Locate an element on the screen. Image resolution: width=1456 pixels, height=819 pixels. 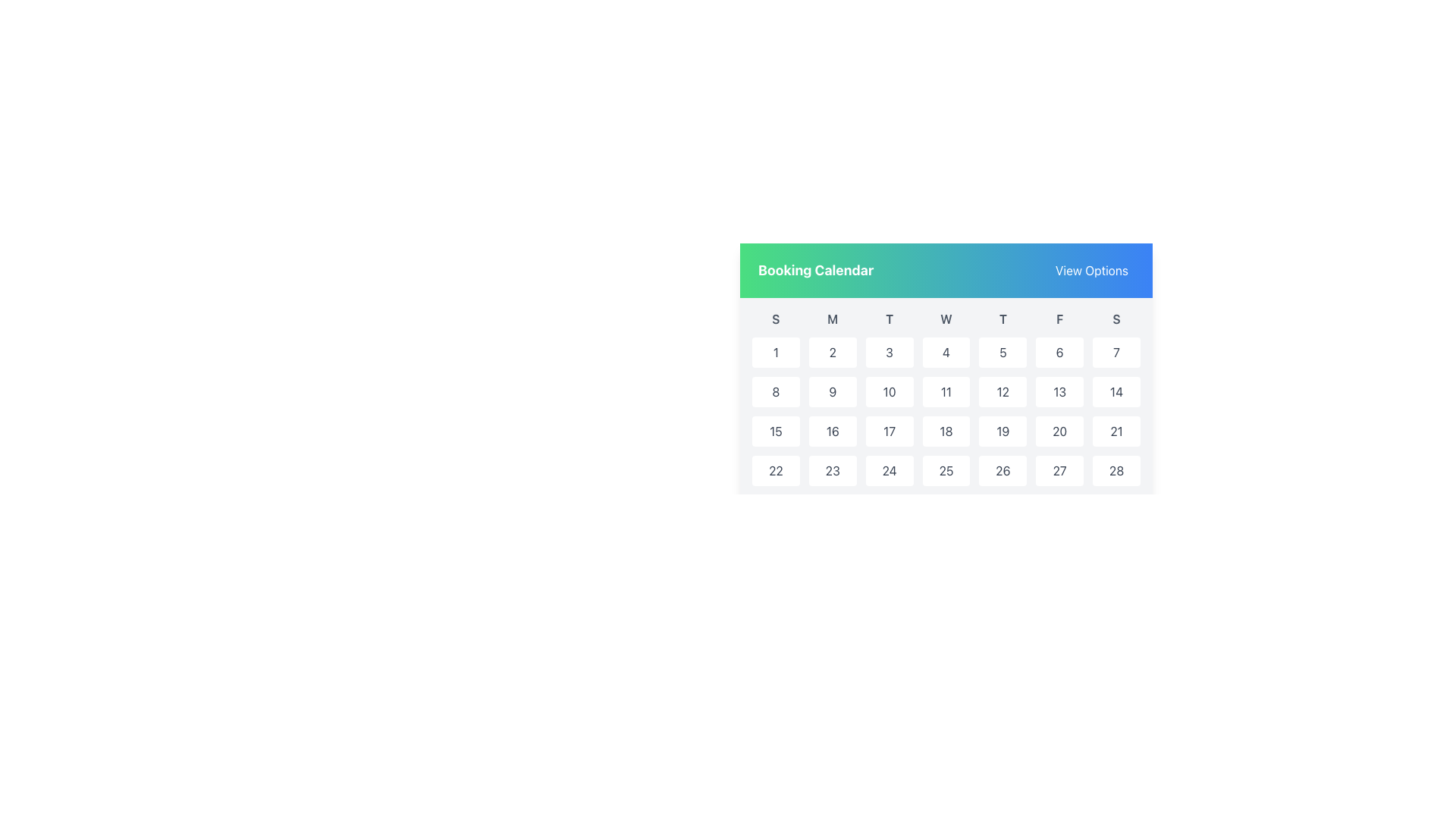
the text-based day cell representing the 25th day in the calendar grid is located at coordinates (946, 470).